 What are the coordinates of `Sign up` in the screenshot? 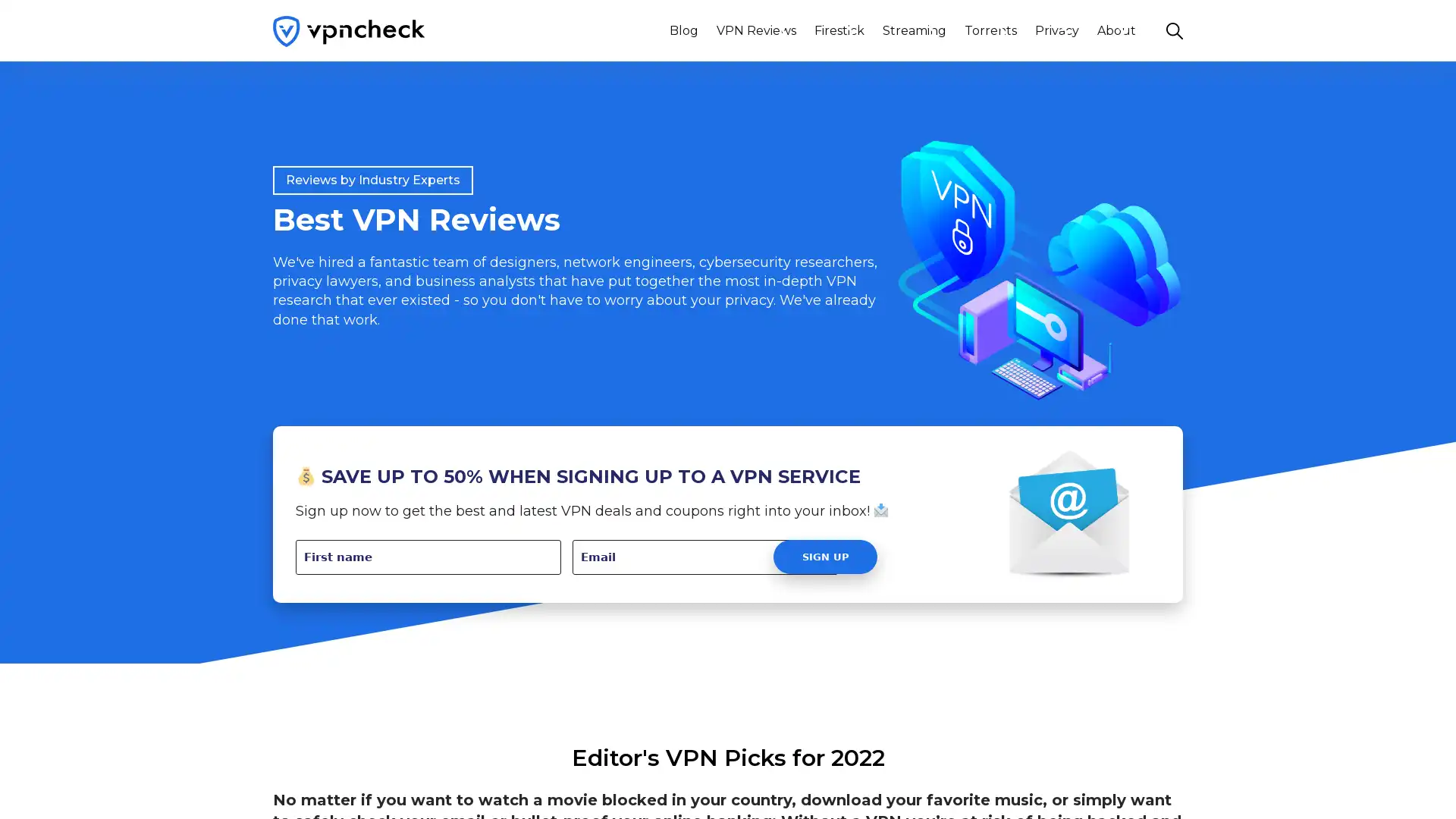 It's located at (824, 557).